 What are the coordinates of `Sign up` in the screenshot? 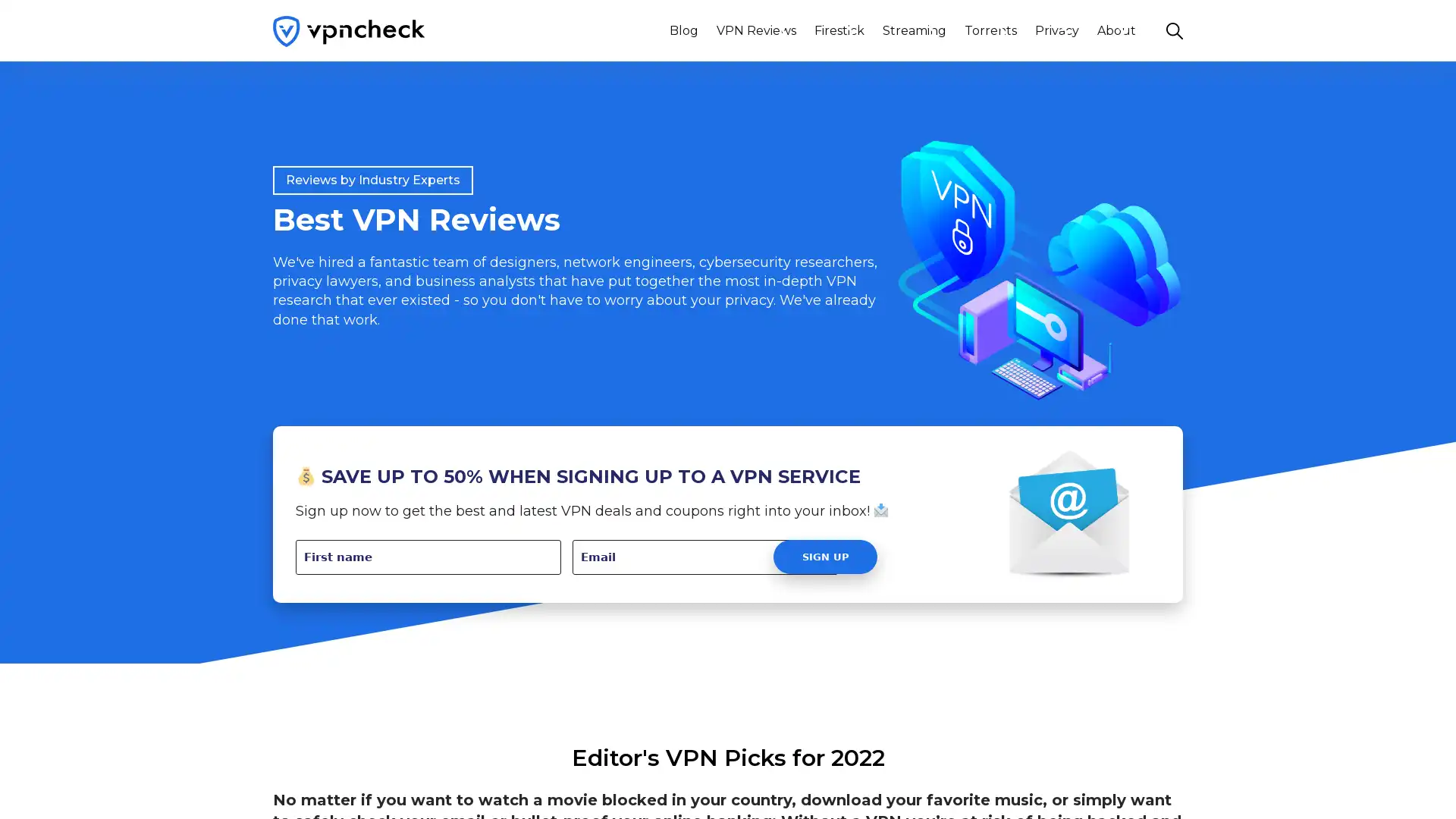 It's located at (824, 557).